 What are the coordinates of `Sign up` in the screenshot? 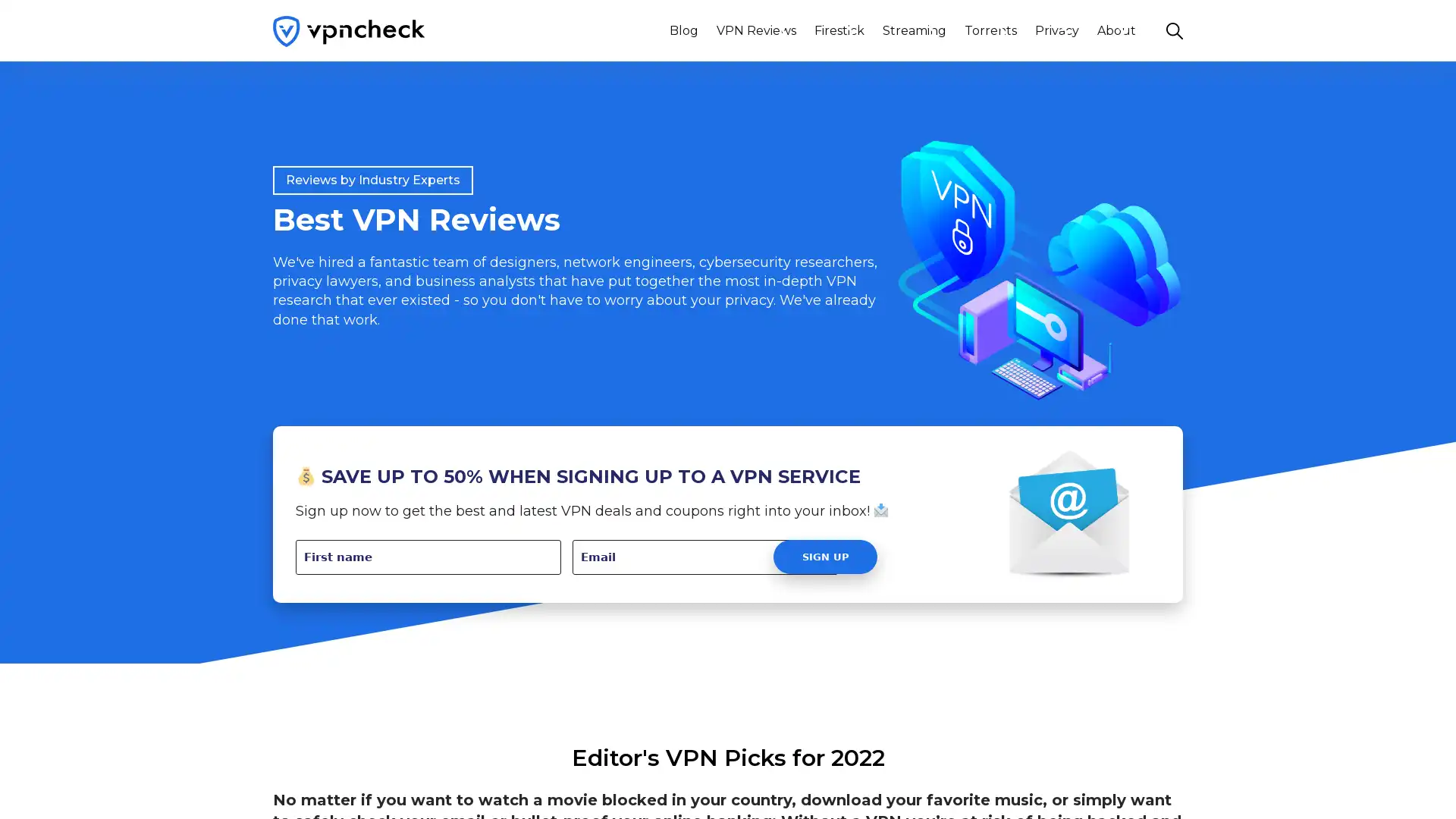 It's located at (824, 557).